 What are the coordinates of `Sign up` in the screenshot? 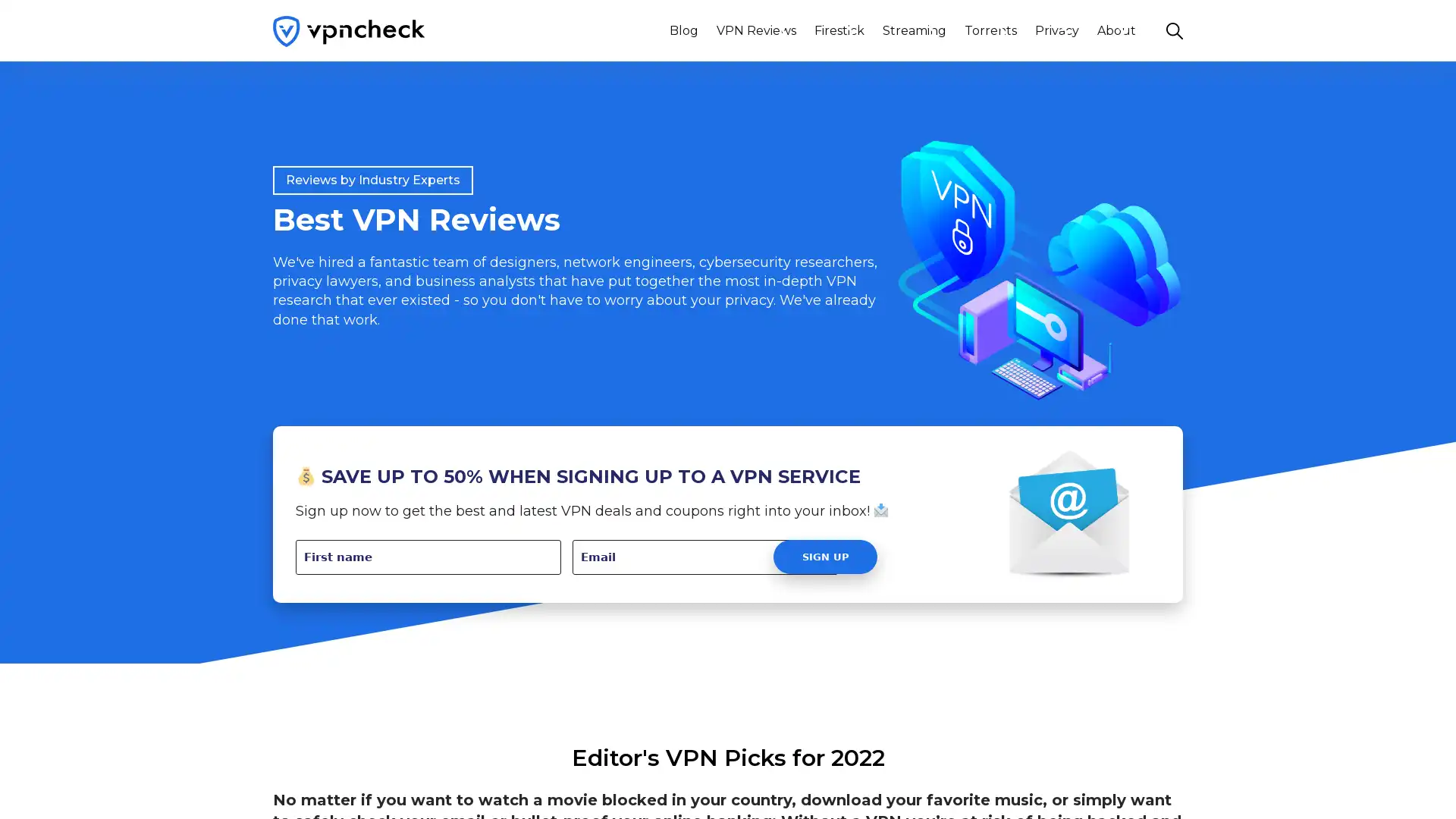 It's located at (824, 557).